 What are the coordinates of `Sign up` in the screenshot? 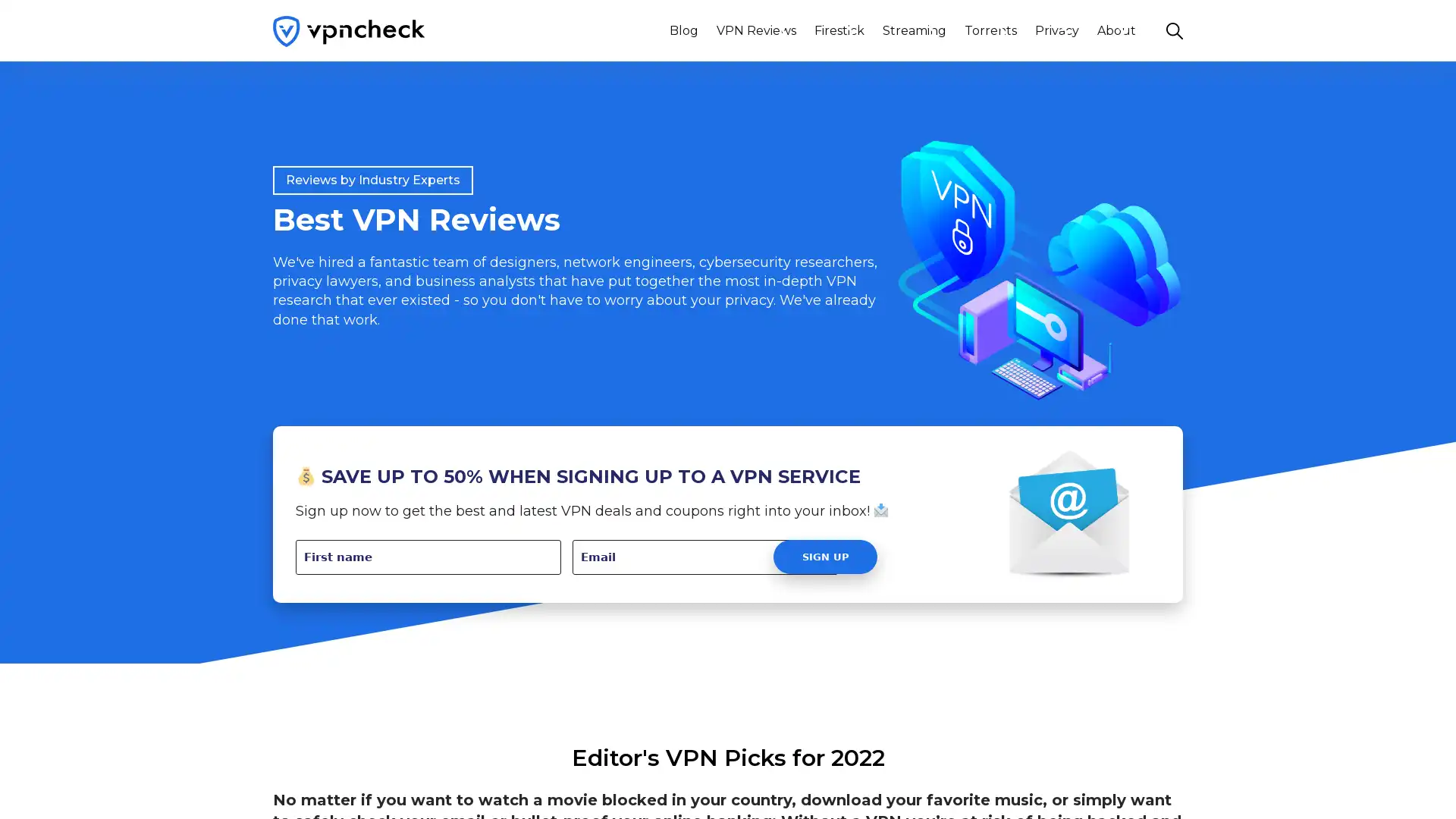 It's located at (824, 557).